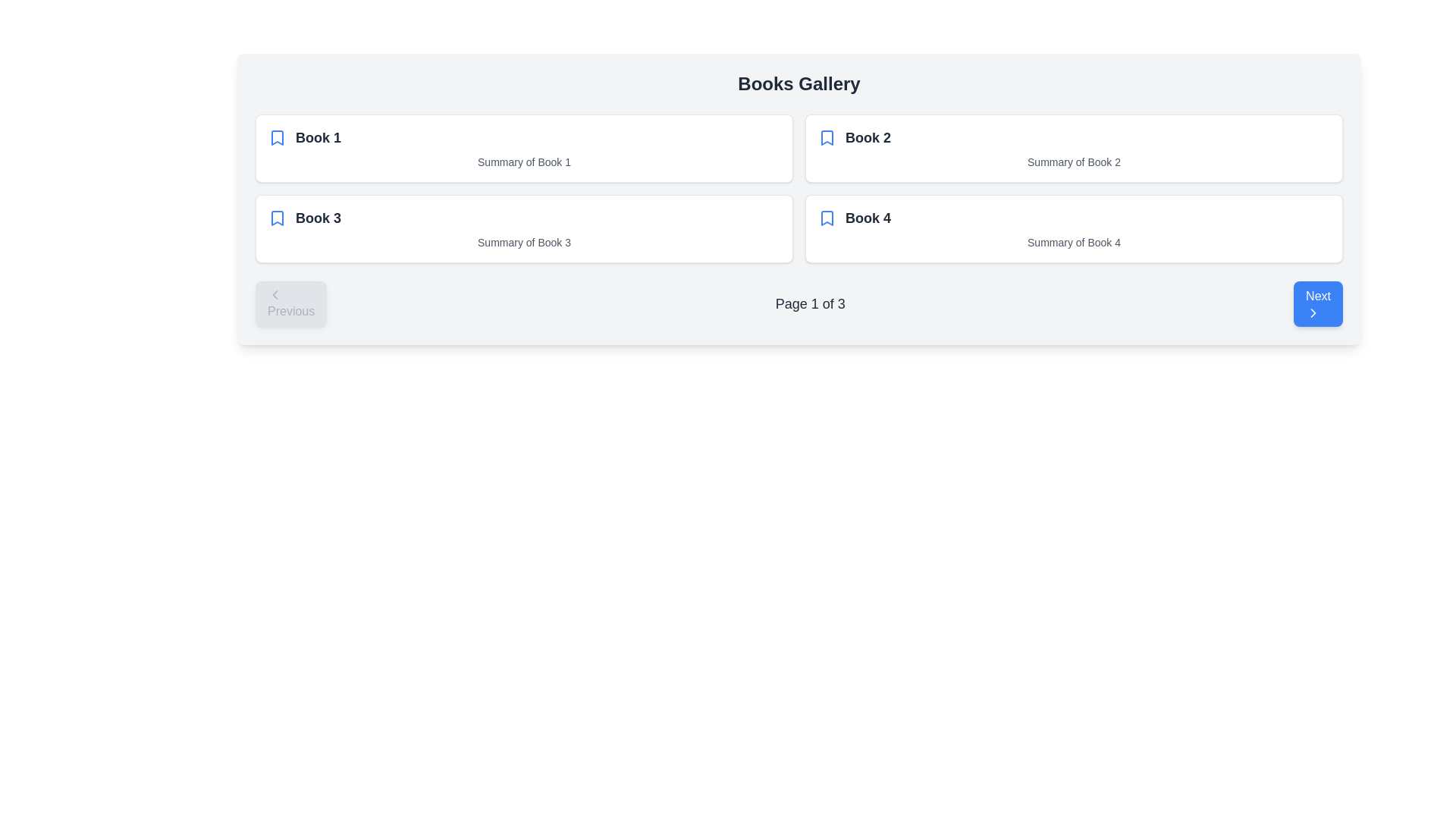  What do you see at coordinates (524, 162) in the screenshot?
I see `the static text label displaying 'Summary of Book 1', which is located under the title 'Book 1' in gray color, indicating secondary information` at bounding box center [524, 162].